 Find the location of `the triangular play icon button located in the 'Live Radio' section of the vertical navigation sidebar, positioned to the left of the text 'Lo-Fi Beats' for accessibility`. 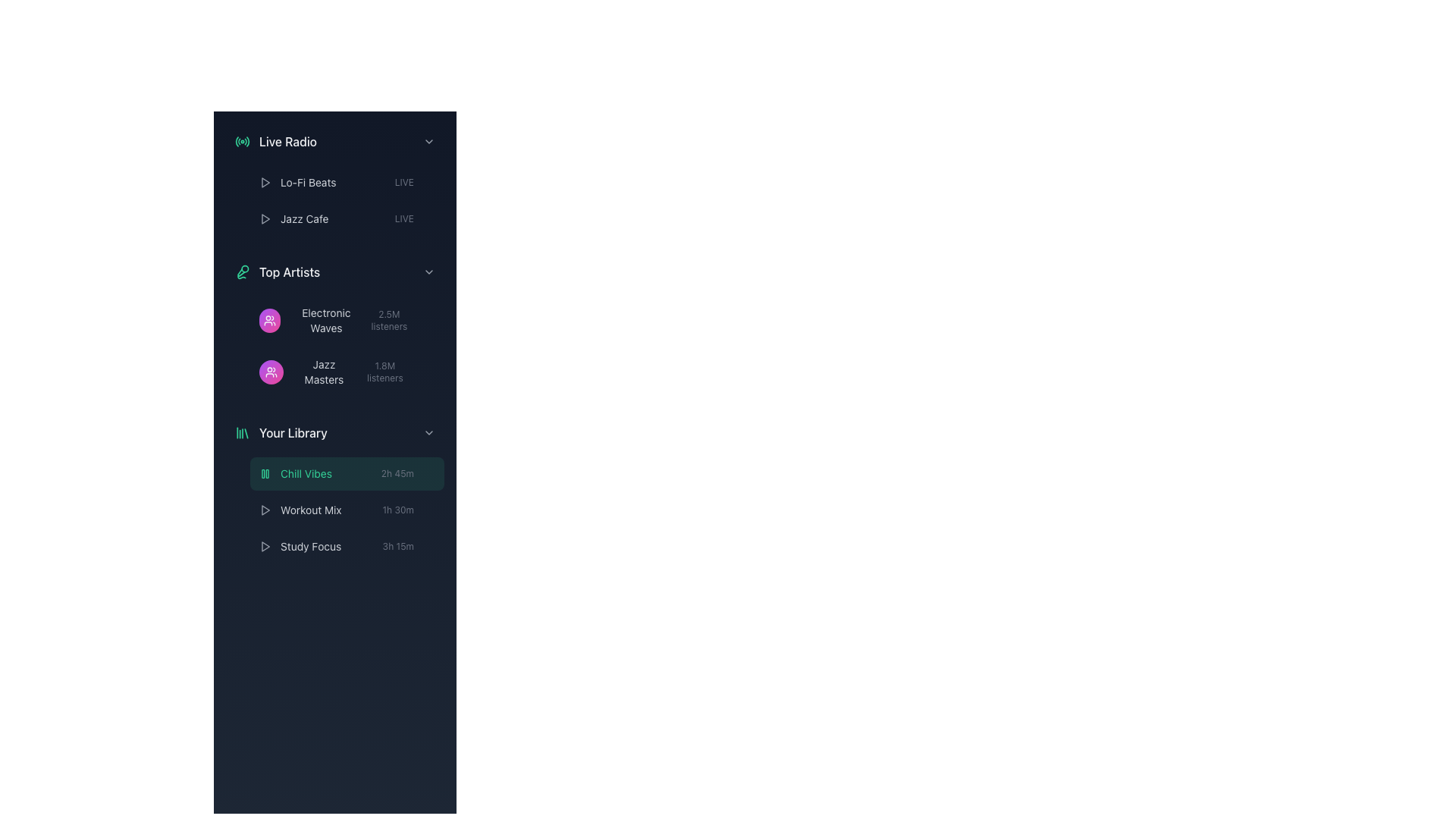

the triangular play icon button located in the 'Live Radio' section of the vertical navigation sidebar, positioned to the left of the text 'Lo-Fi Beats' for accessibility is located at coordinates (265, 181).